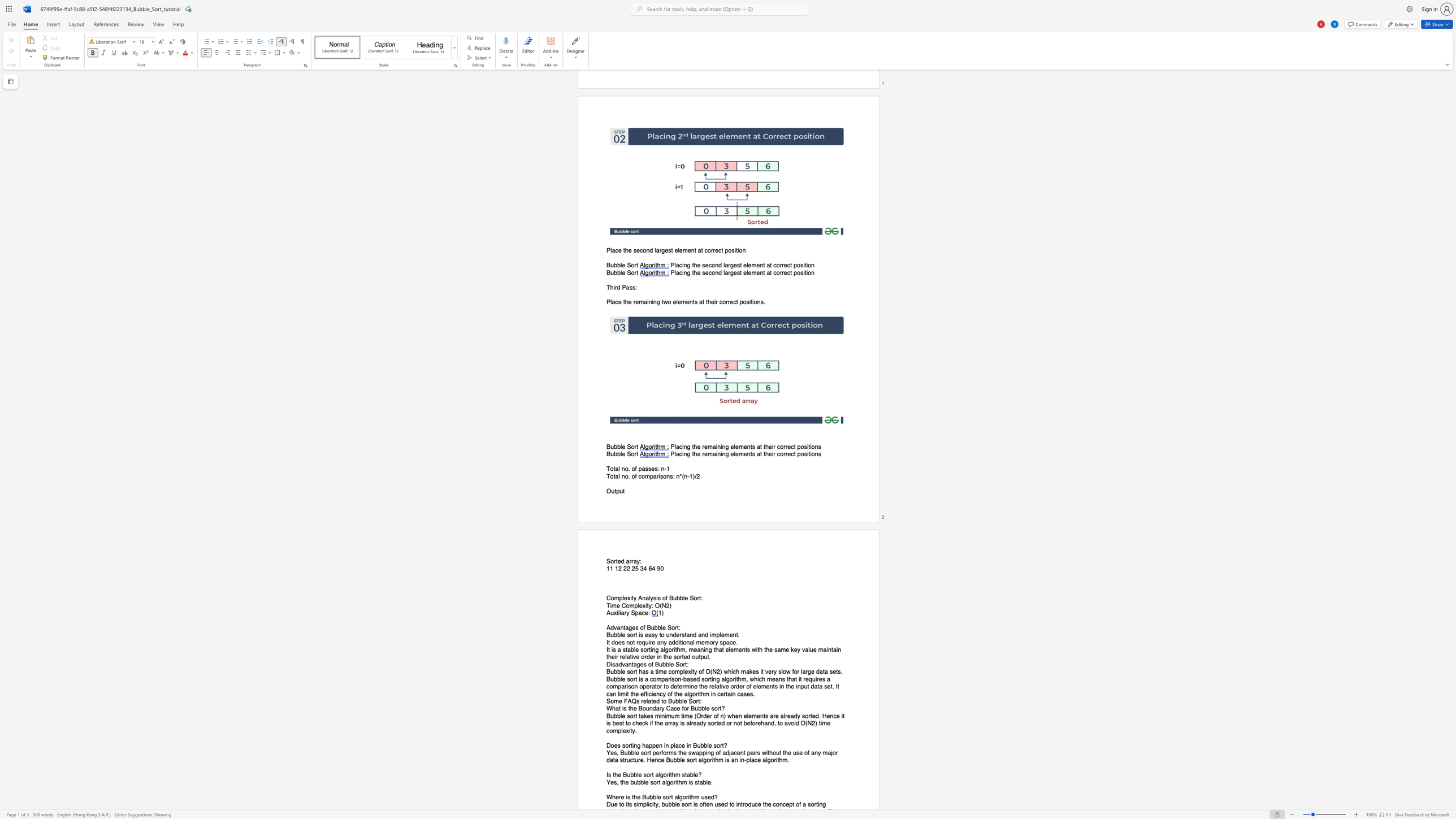  I want to click on the subset text "in" within the text "Does sorting happen in place in Bubble sort?", so click(687, 745).